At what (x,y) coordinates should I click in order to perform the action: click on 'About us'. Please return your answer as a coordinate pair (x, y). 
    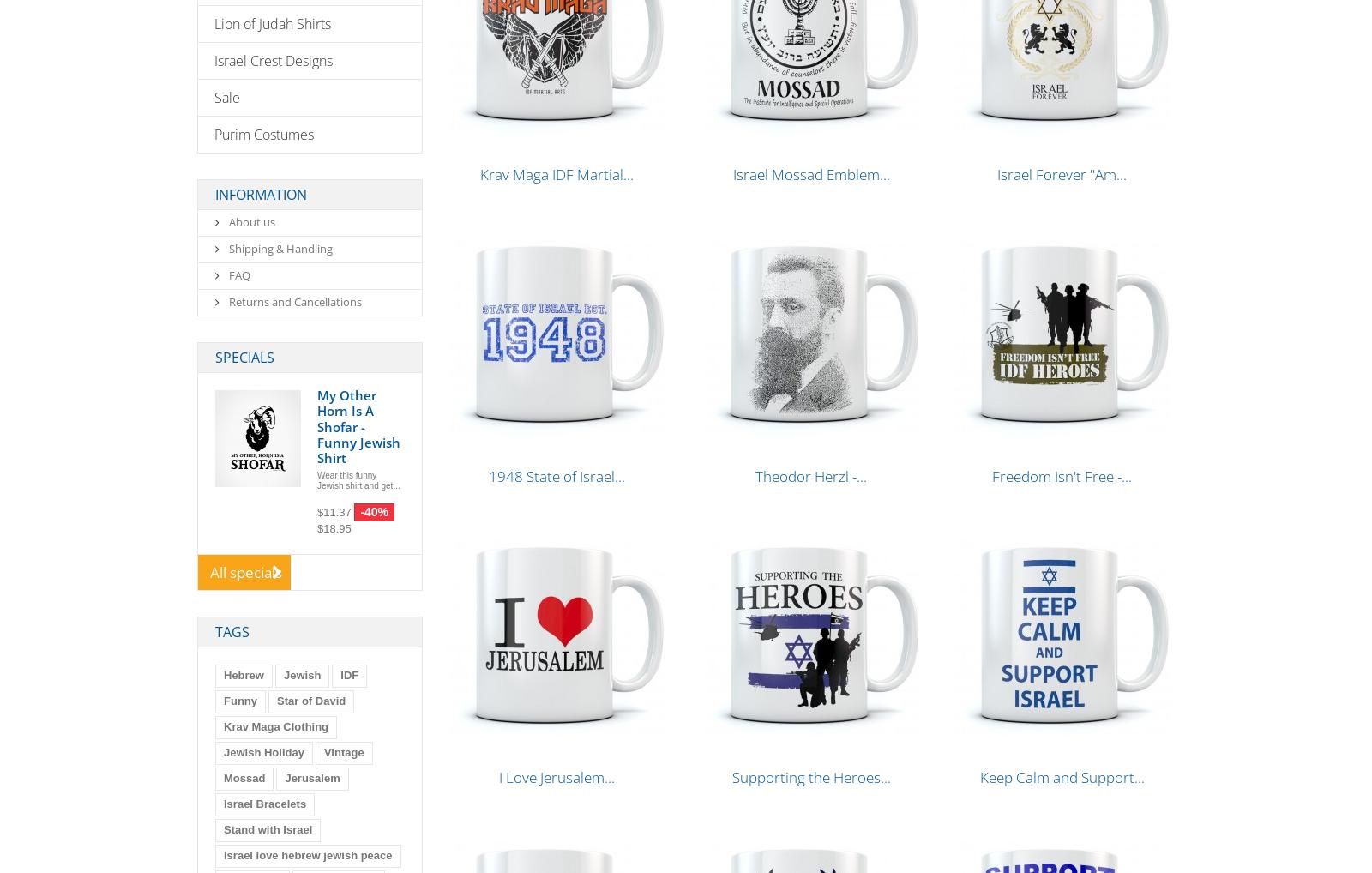
    Looking at the image, I should click on (250, 221).